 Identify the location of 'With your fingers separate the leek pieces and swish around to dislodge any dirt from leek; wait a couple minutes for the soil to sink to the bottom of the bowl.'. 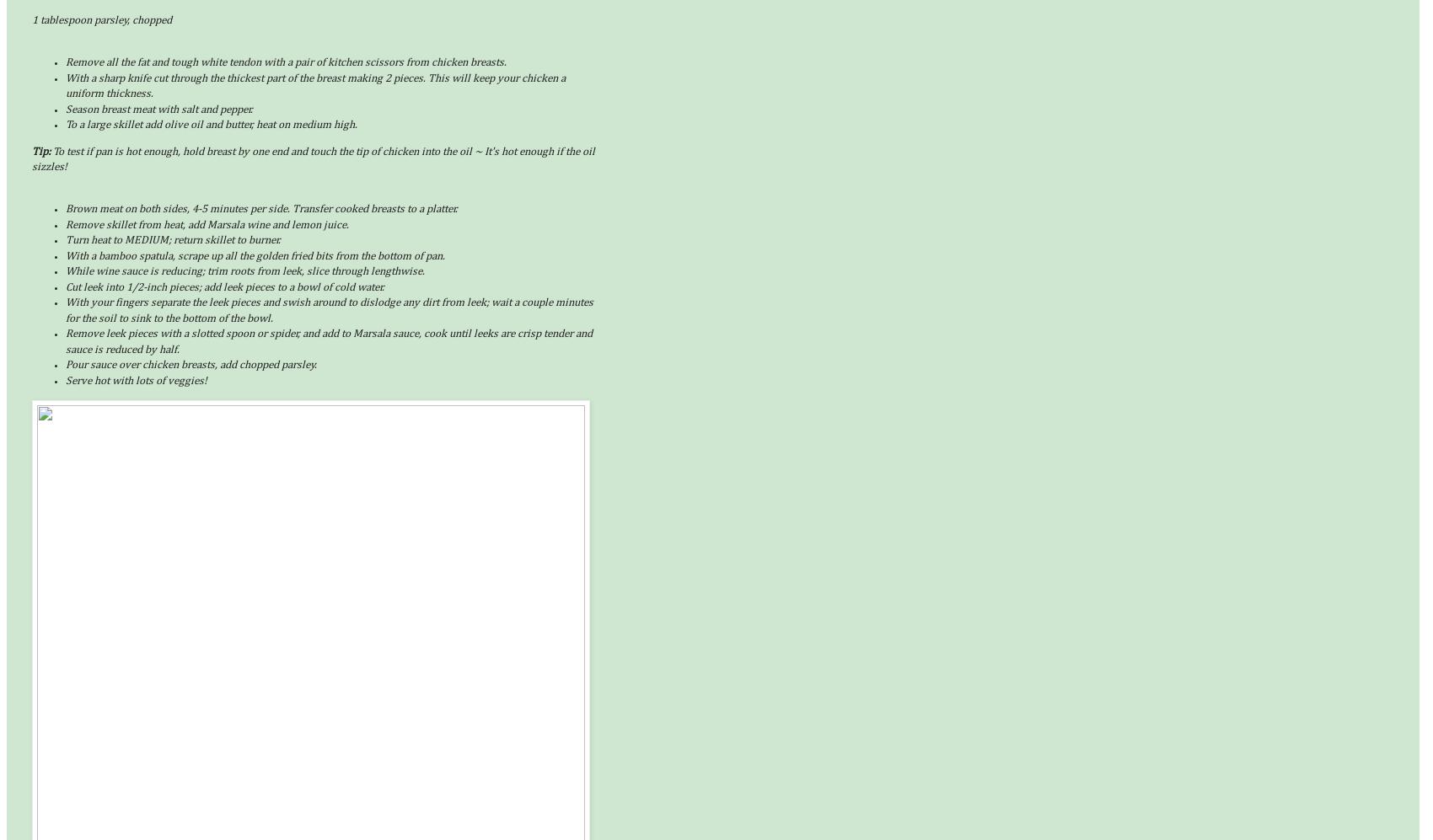
(66, 310).